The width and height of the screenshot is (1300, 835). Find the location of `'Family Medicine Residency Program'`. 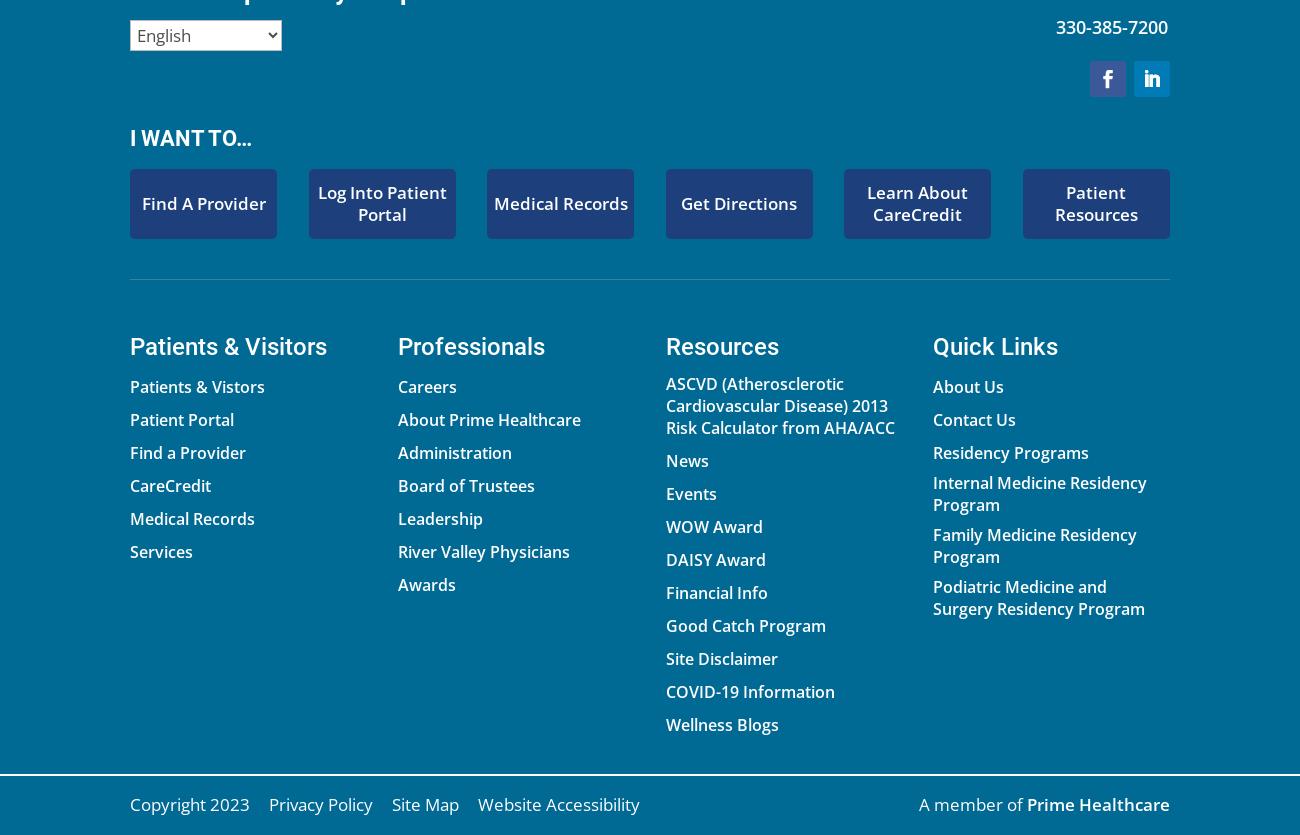

'Family Medicine Residency Program' is located at coordinates (933, 546).